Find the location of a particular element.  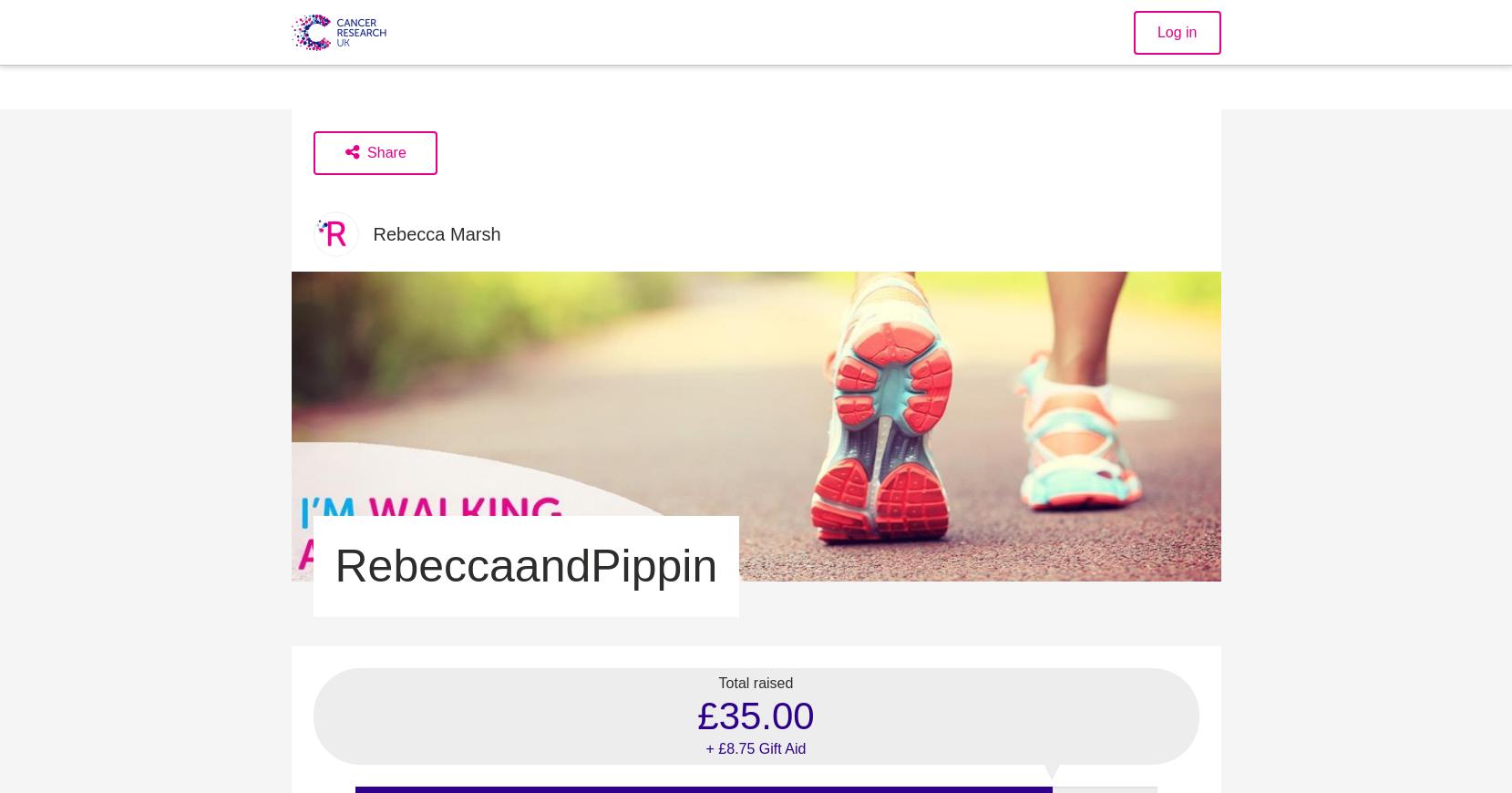

'Gift Aid' is located at coordinates (780, 747).